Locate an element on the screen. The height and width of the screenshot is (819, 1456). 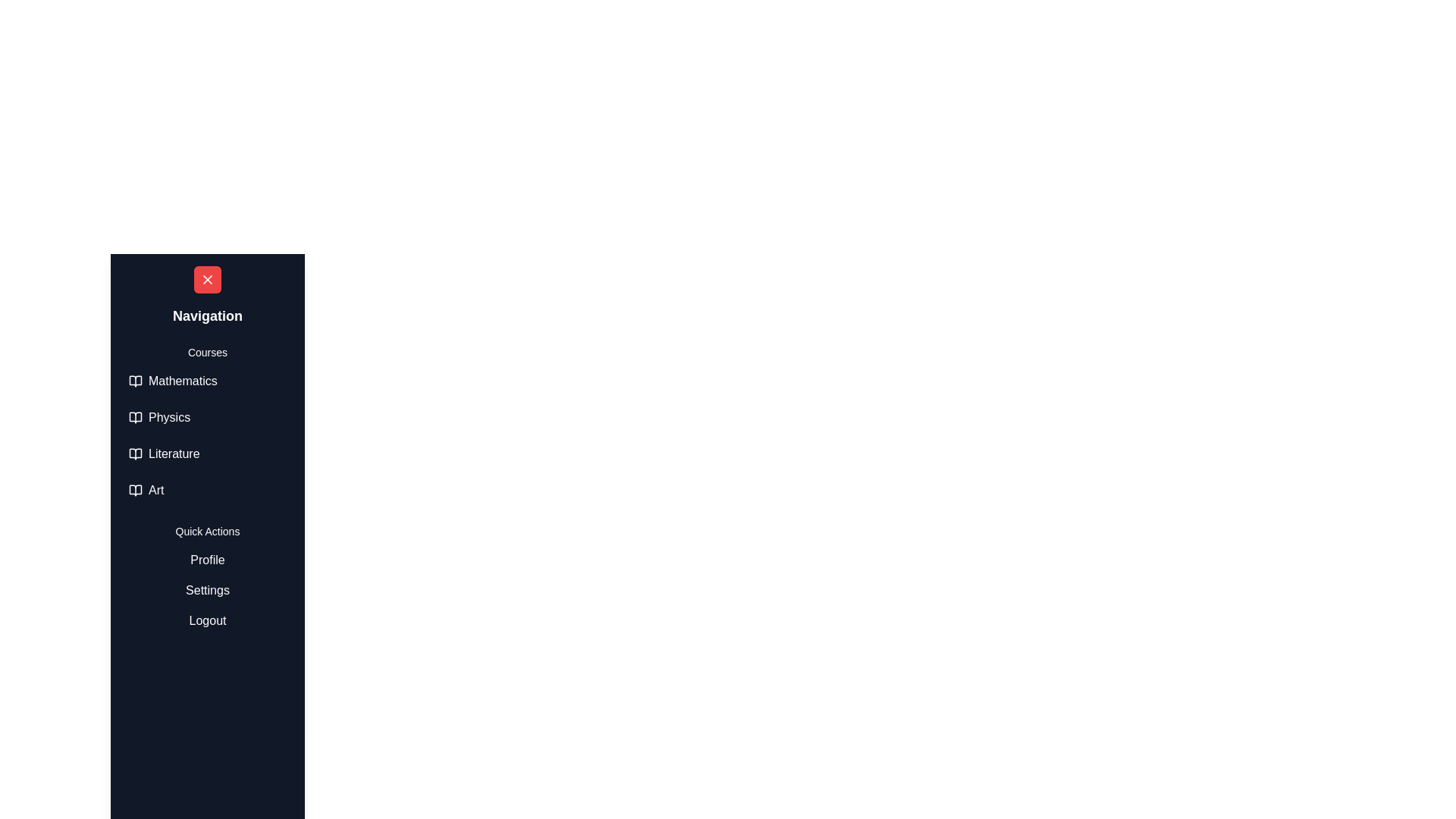
the second button in the 'Quick Actions' section of the sidebar menu is located at coordinates (206, 590).